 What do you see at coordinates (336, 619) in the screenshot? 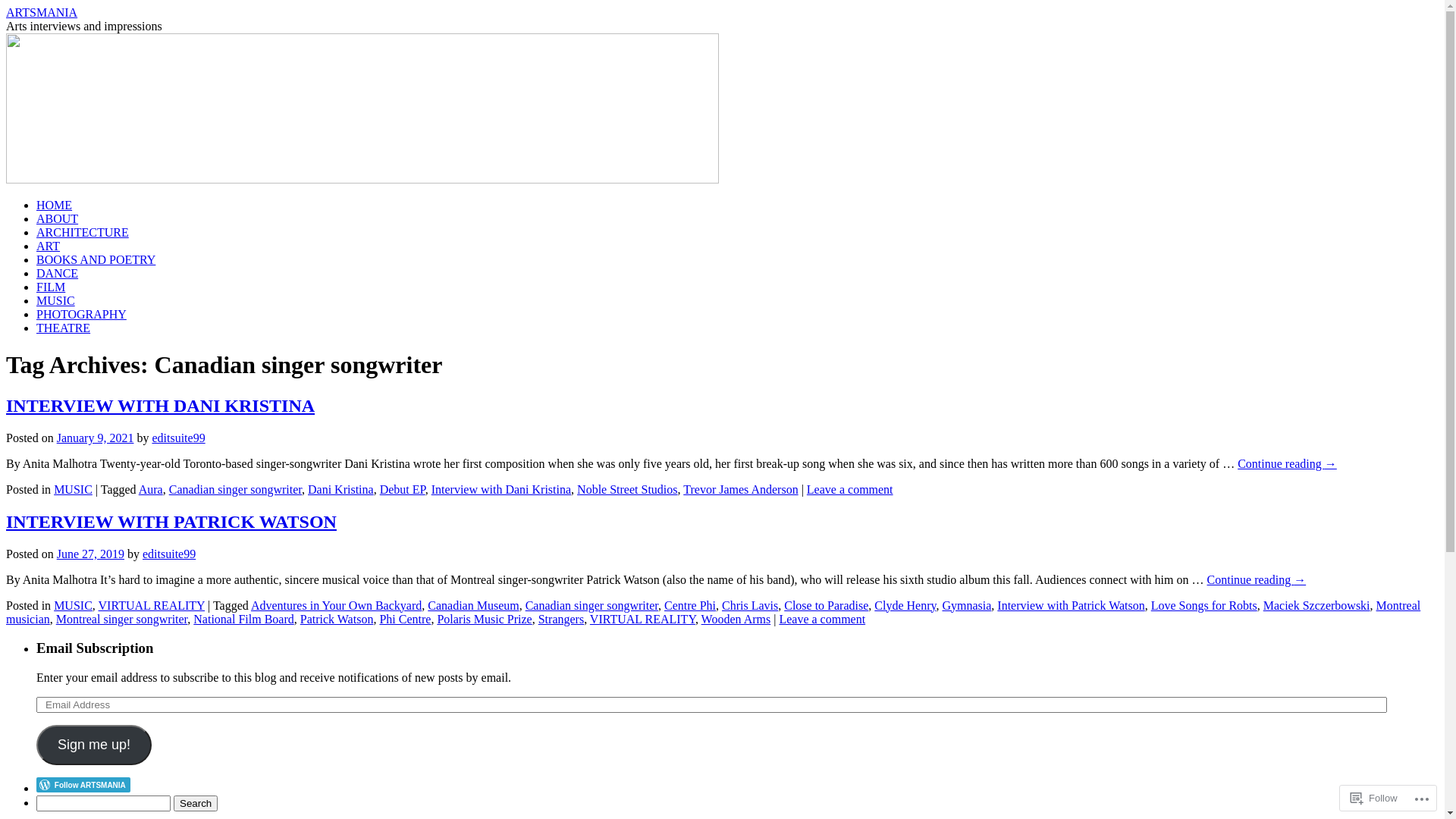
I see `'Patrick Watson'` at bounding box center [336, 619].